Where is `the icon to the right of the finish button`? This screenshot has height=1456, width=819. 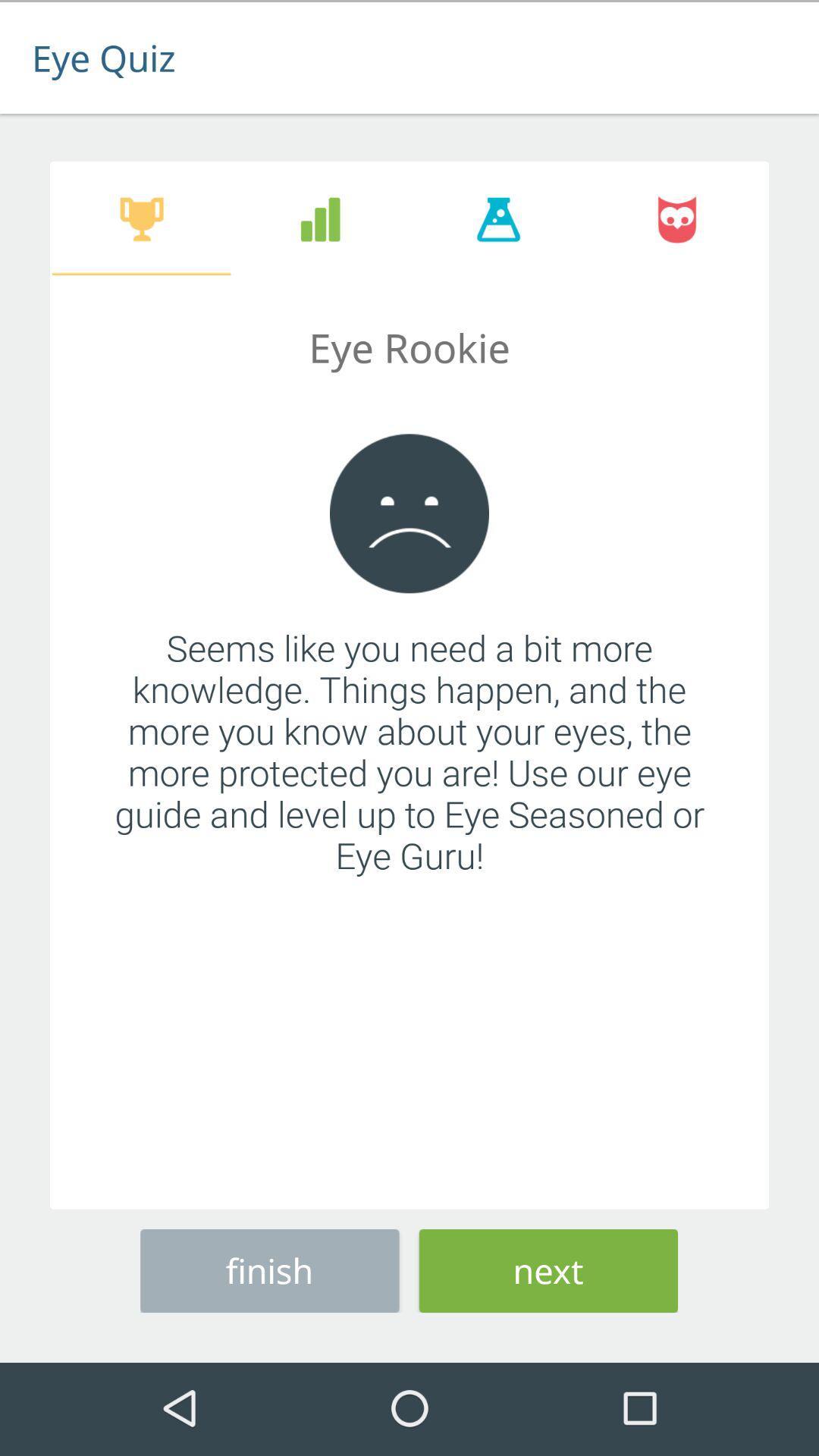 the icon to the right of the finish button is located at coordinates (548, 1268).